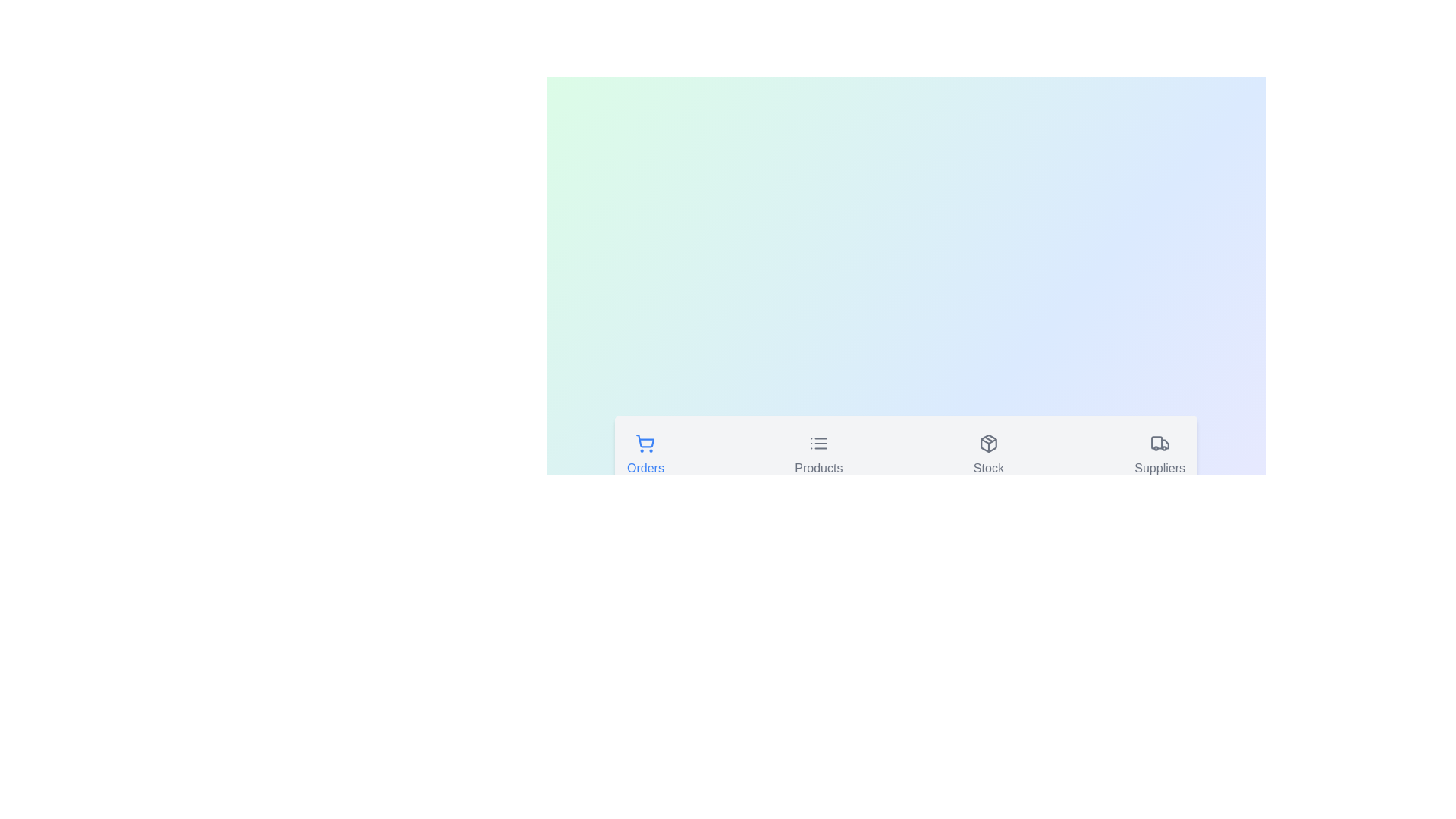 This screenshot has height=819, width=1456. I want to click on the icon of the Stock tab, so click(988, 456).